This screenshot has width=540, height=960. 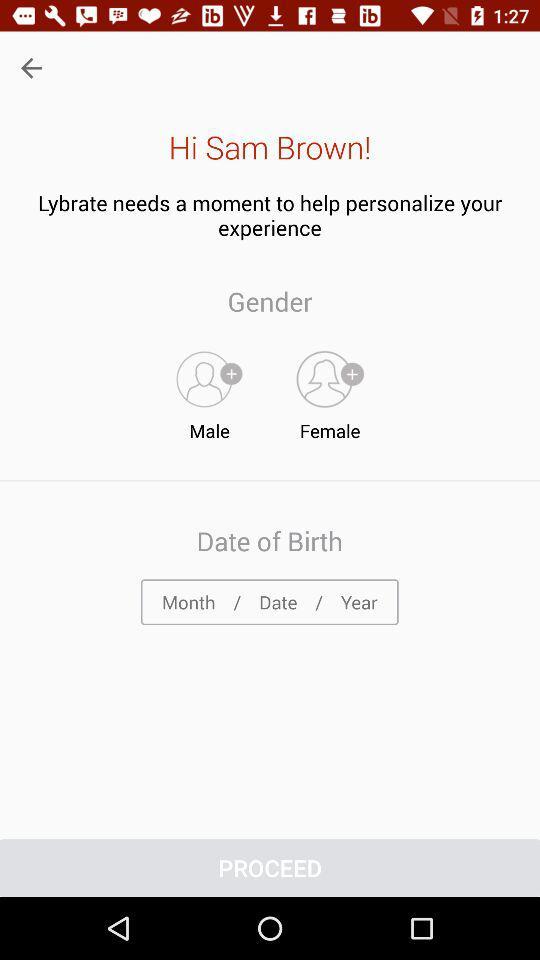 I want to click on item below date of birth item, so click(x=269, y=601).